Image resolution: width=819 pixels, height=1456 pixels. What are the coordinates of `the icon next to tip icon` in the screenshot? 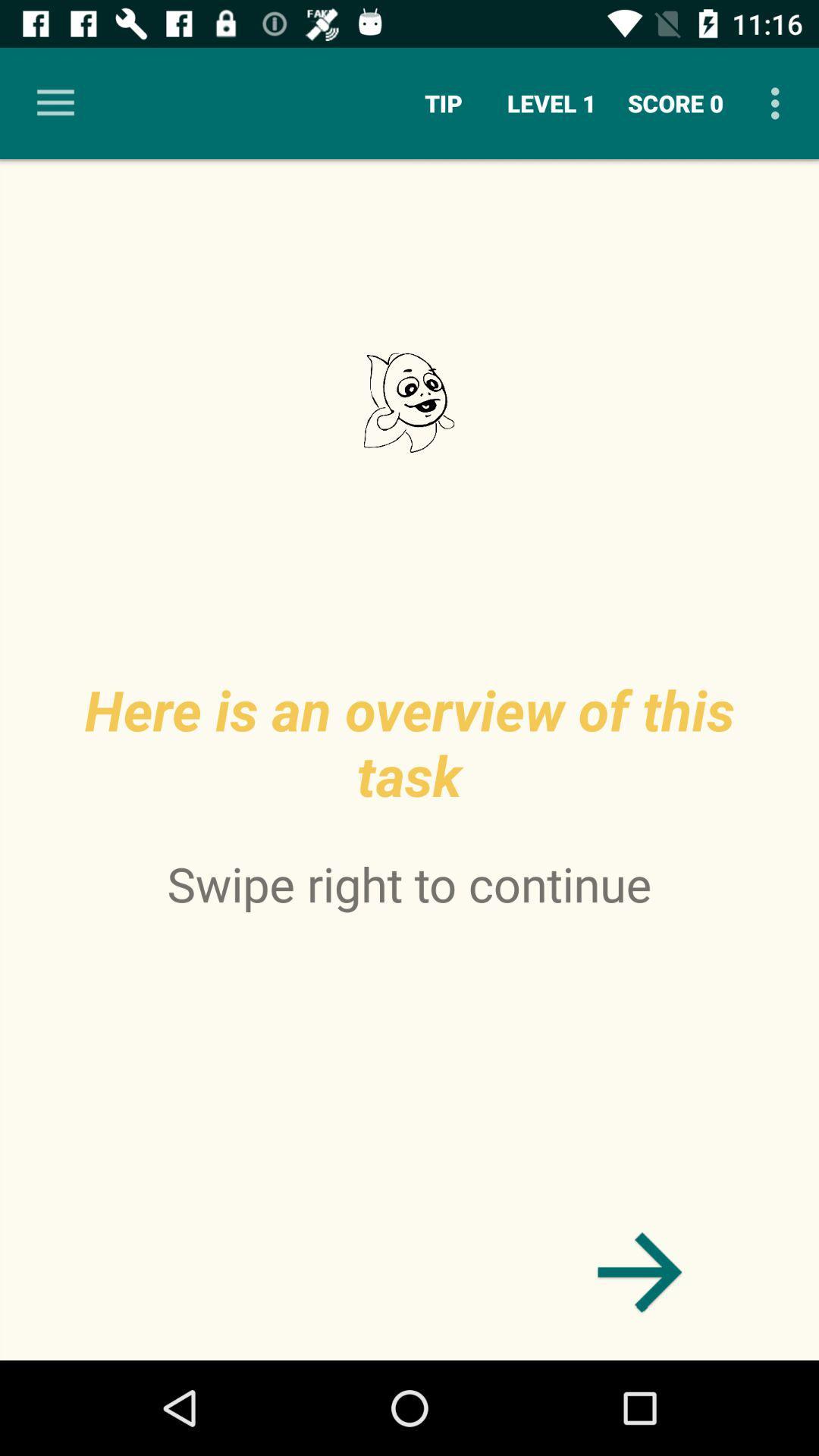 It's located at (551, 102).